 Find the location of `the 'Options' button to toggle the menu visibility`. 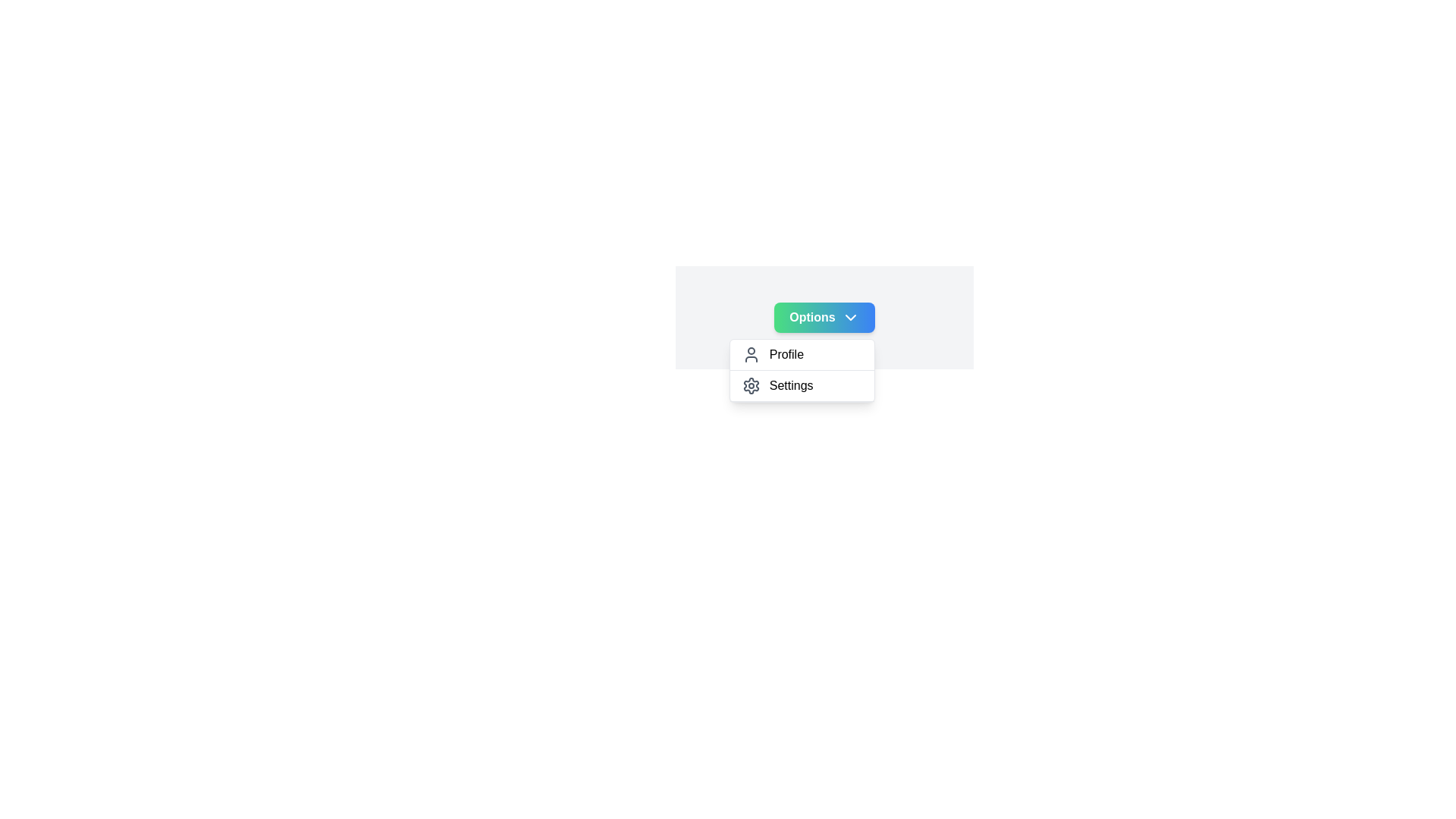

the 'Options' button to toggle the menu visibility is located at coordinates (824, 317).